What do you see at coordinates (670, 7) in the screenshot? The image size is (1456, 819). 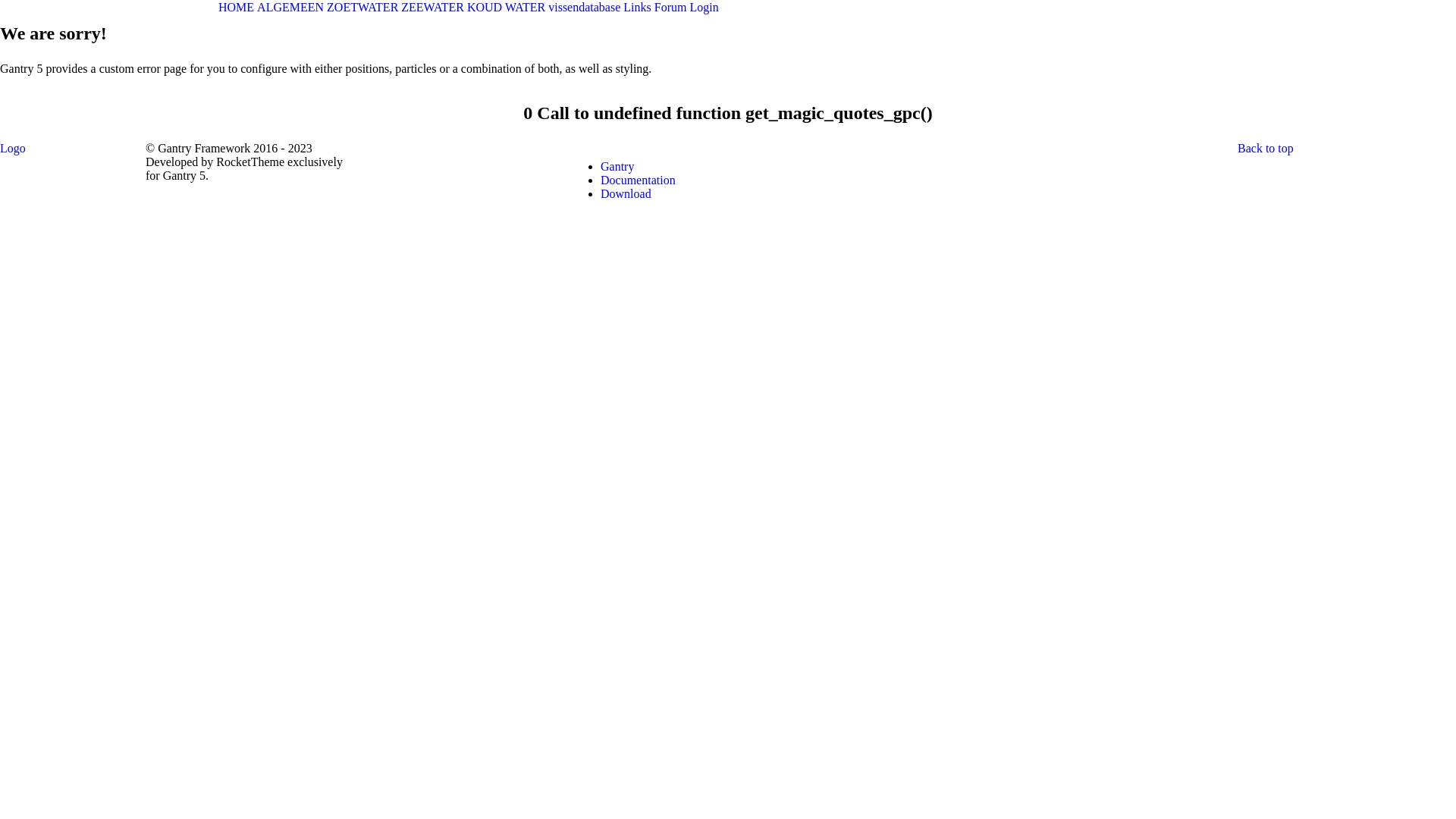 I see `'Forum'` at bounding box center [670, 7].